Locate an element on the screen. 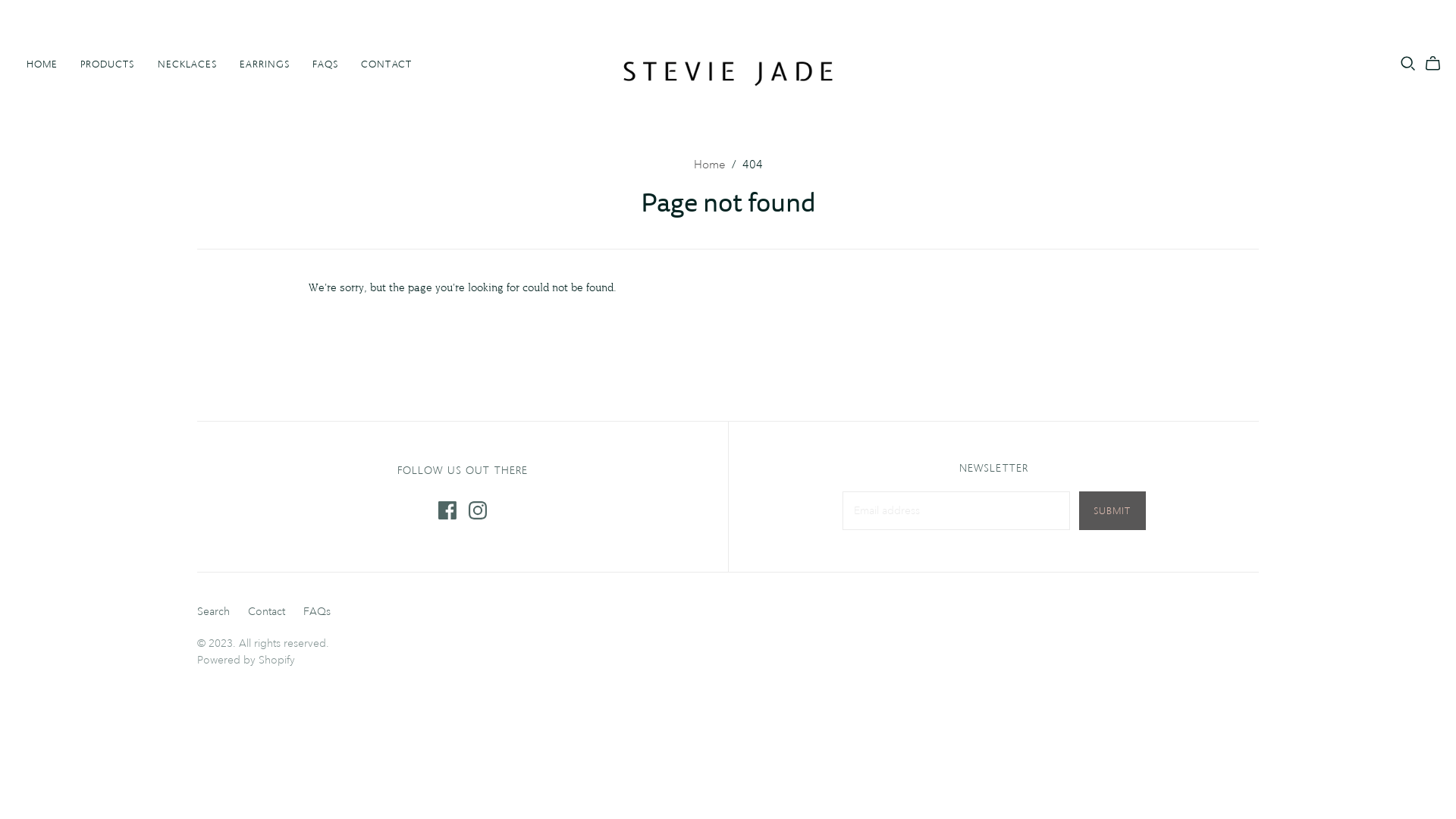  'Contact' is located at coordinates (247, 610).